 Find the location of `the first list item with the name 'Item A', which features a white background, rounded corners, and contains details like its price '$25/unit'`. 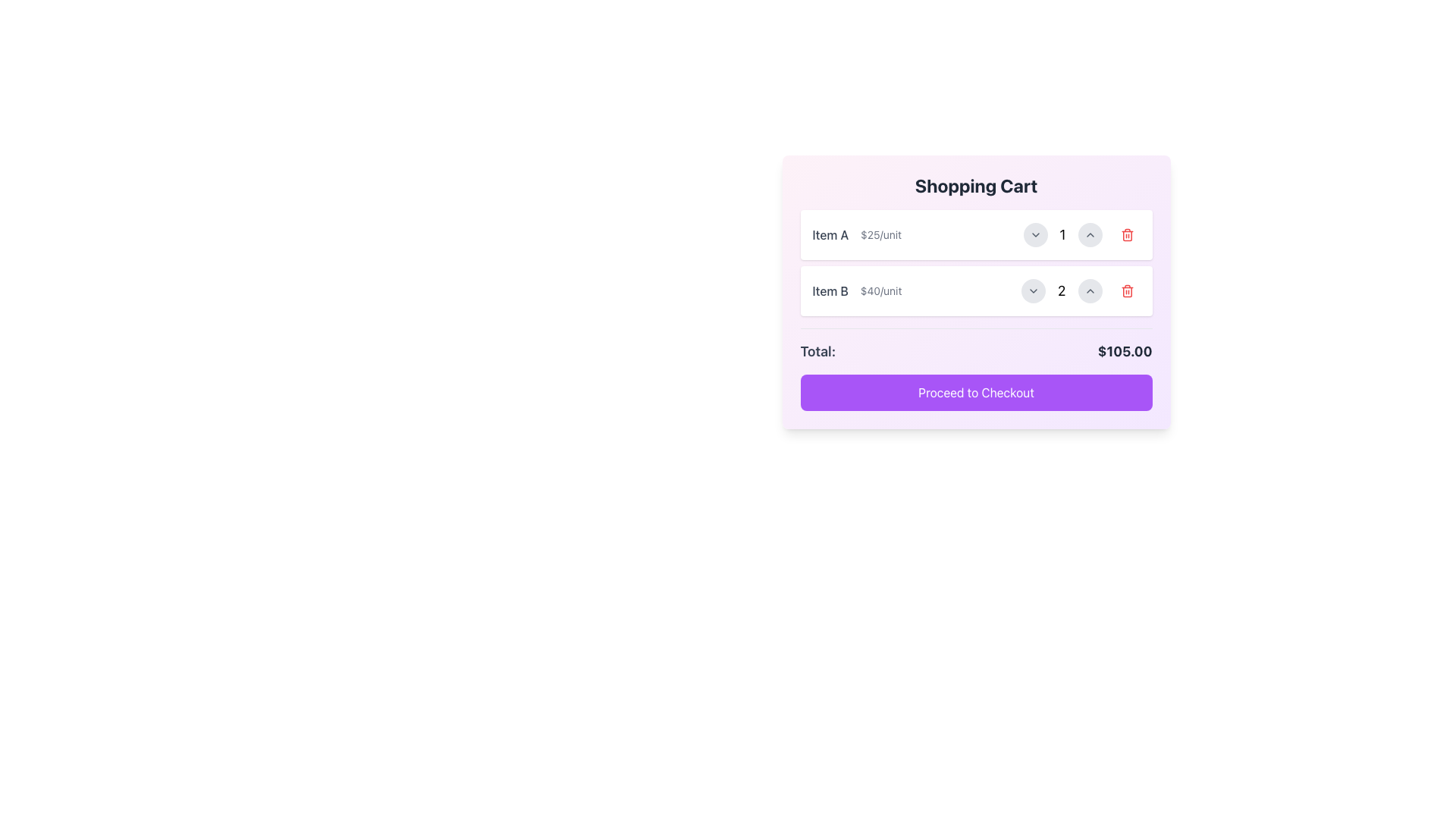

the first list item with the name 'Item A', which features a white background, rounded corners, and contains details like its price '$25/unit' is located at coordinates (976, 234).